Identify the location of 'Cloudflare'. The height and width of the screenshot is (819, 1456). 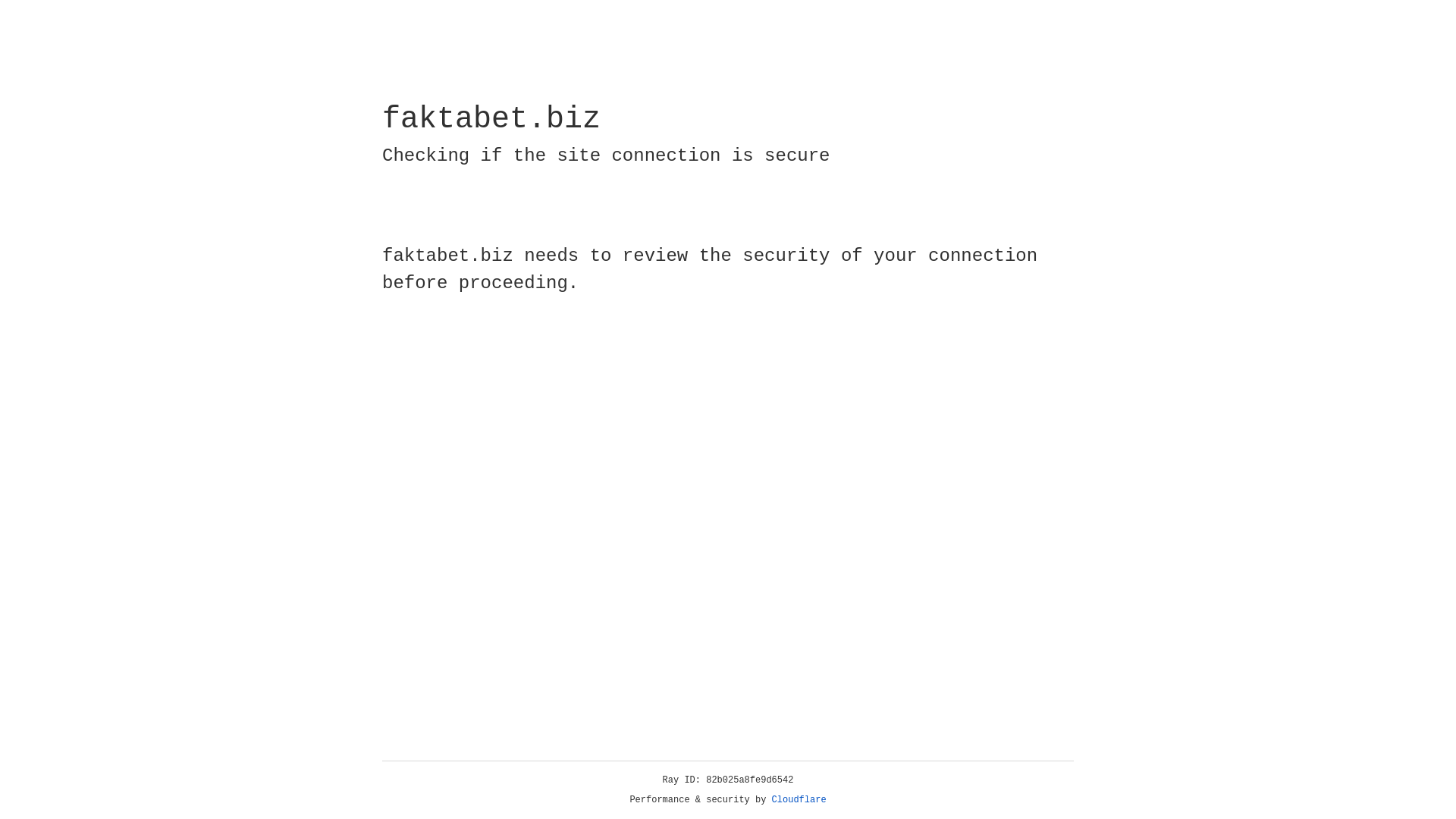
(799, 799).